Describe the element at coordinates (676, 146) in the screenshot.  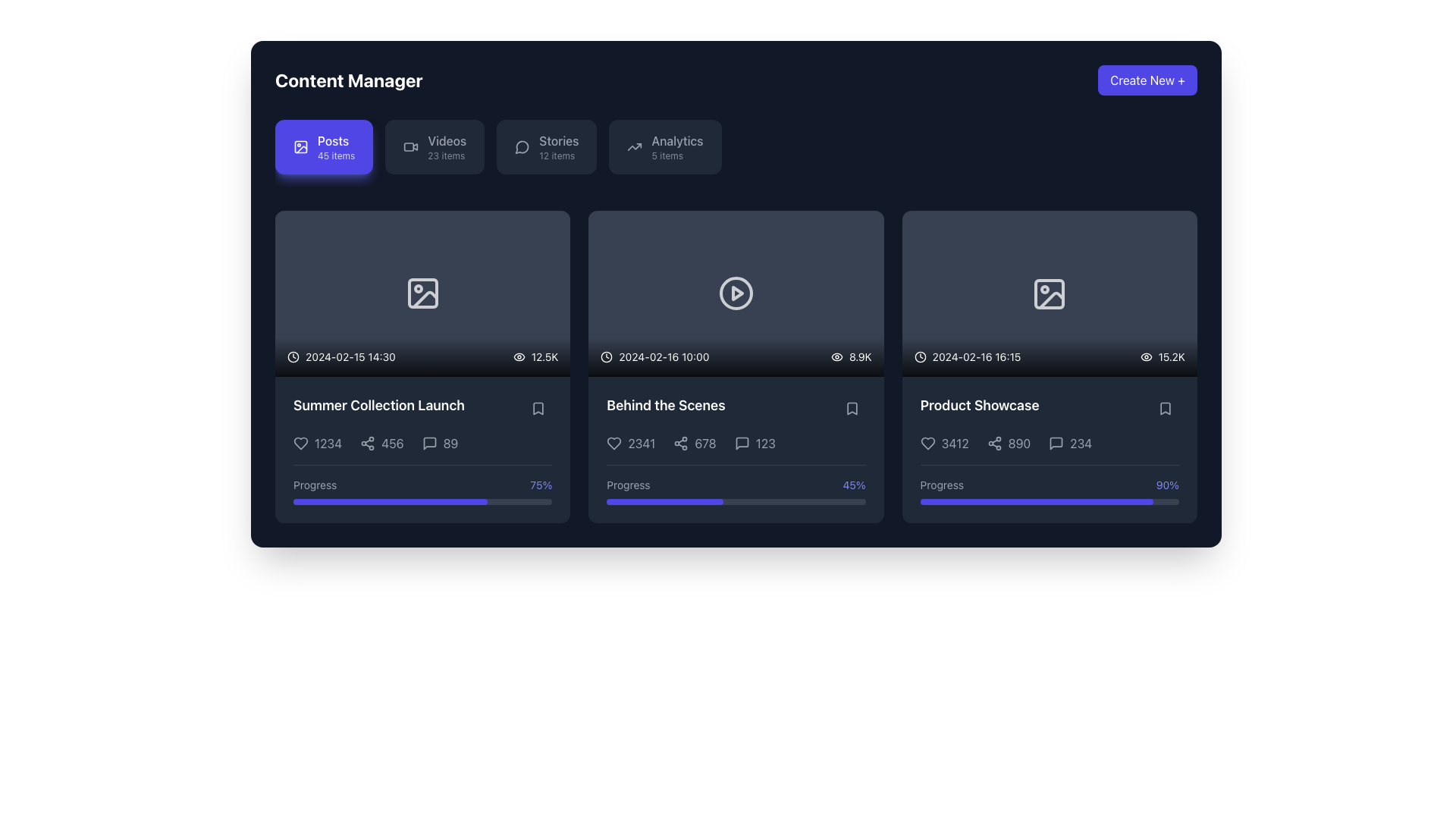
I see `the 'Analytics' text block in the navigation menu, which features a larger font for 'Analytics' and a smaller font for '5 items', positioned to the right of the 'Stories' section` at that location.